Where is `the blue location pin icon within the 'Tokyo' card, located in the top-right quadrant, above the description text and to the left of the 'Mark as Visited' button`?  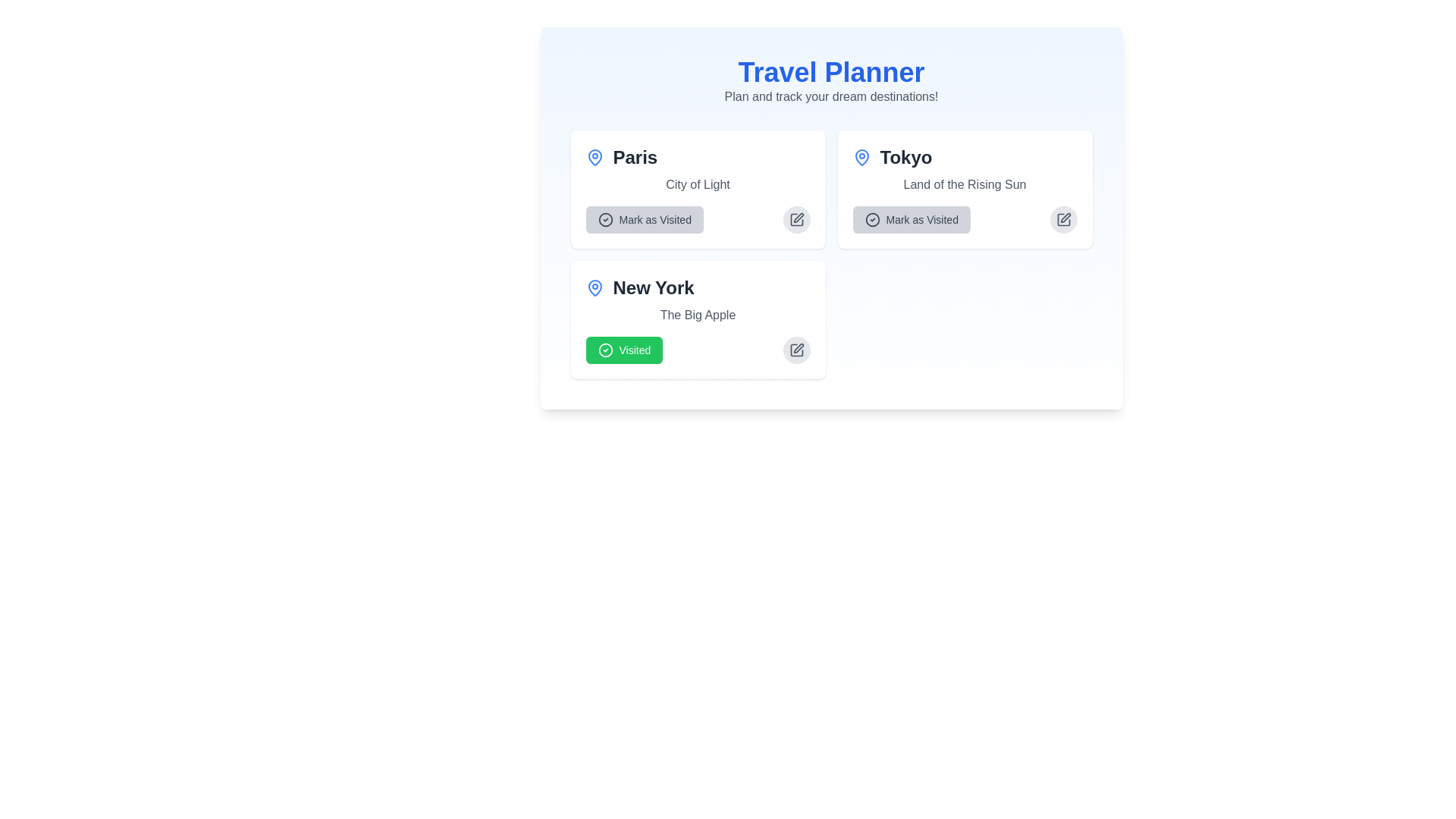
the blue location pin icon within the 'Tokyo' card, located in the top-right quadrant, above the description text and to the left of the 'Mark as Visited' button is located at coordinates (861, 158).